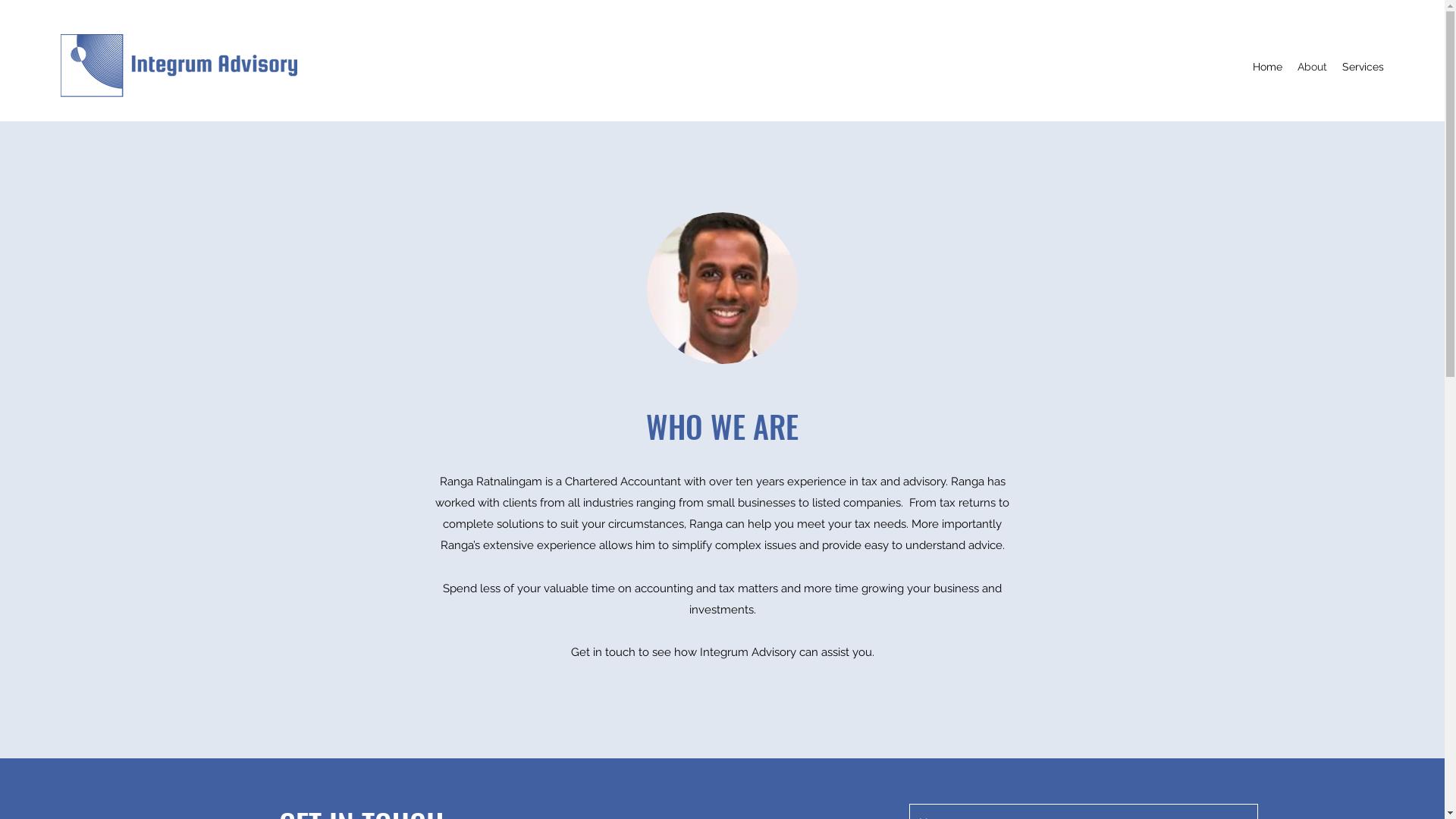 The width and height of the screenshot is (1456, 819). Describe the element at coordinates (1311, 66) in the screenshot. I see `'About'` at that location.